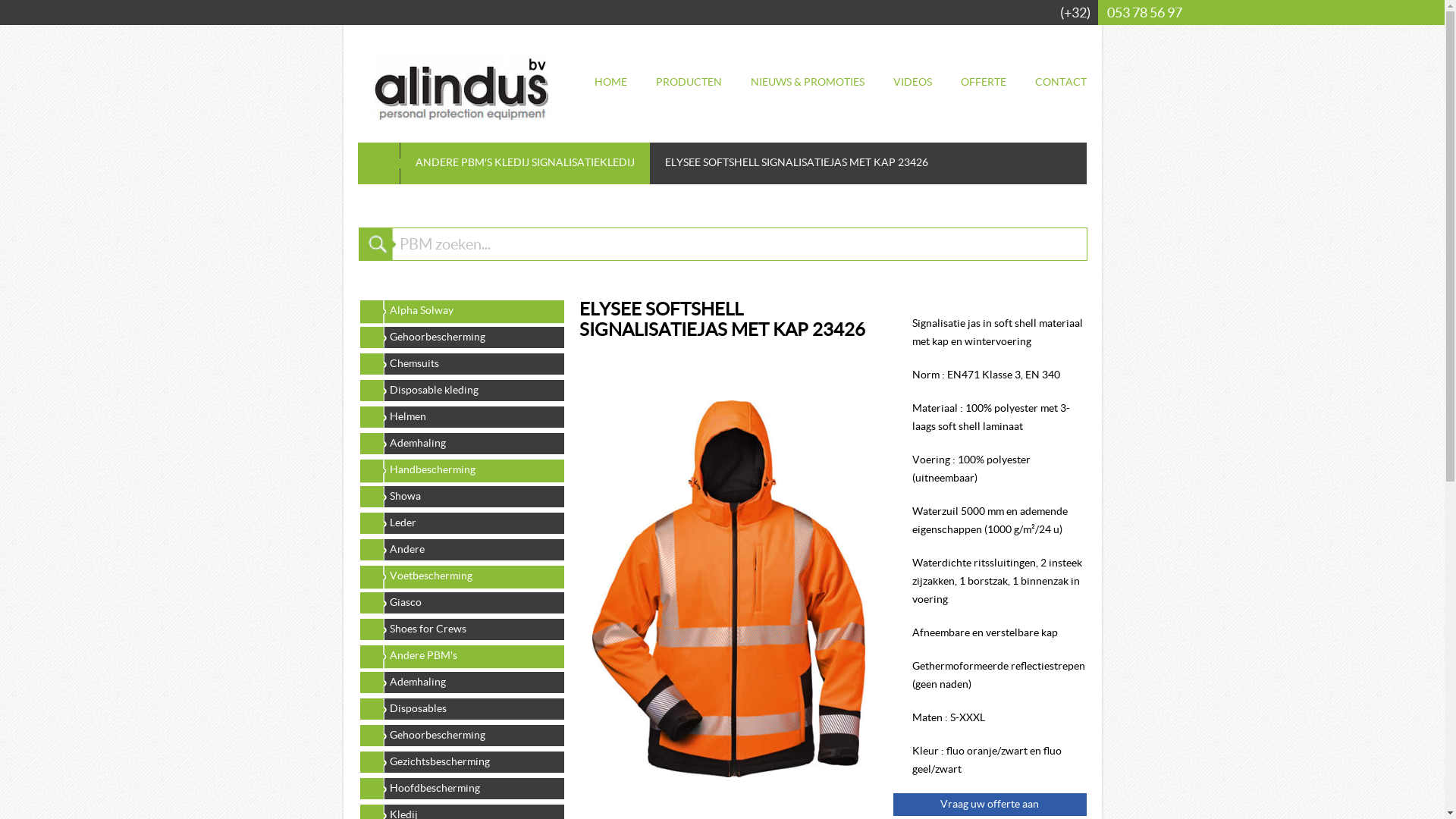  Describe the element at coordinates (912, 82) in the screenshot. I see `'VIDEOS'` at that location.